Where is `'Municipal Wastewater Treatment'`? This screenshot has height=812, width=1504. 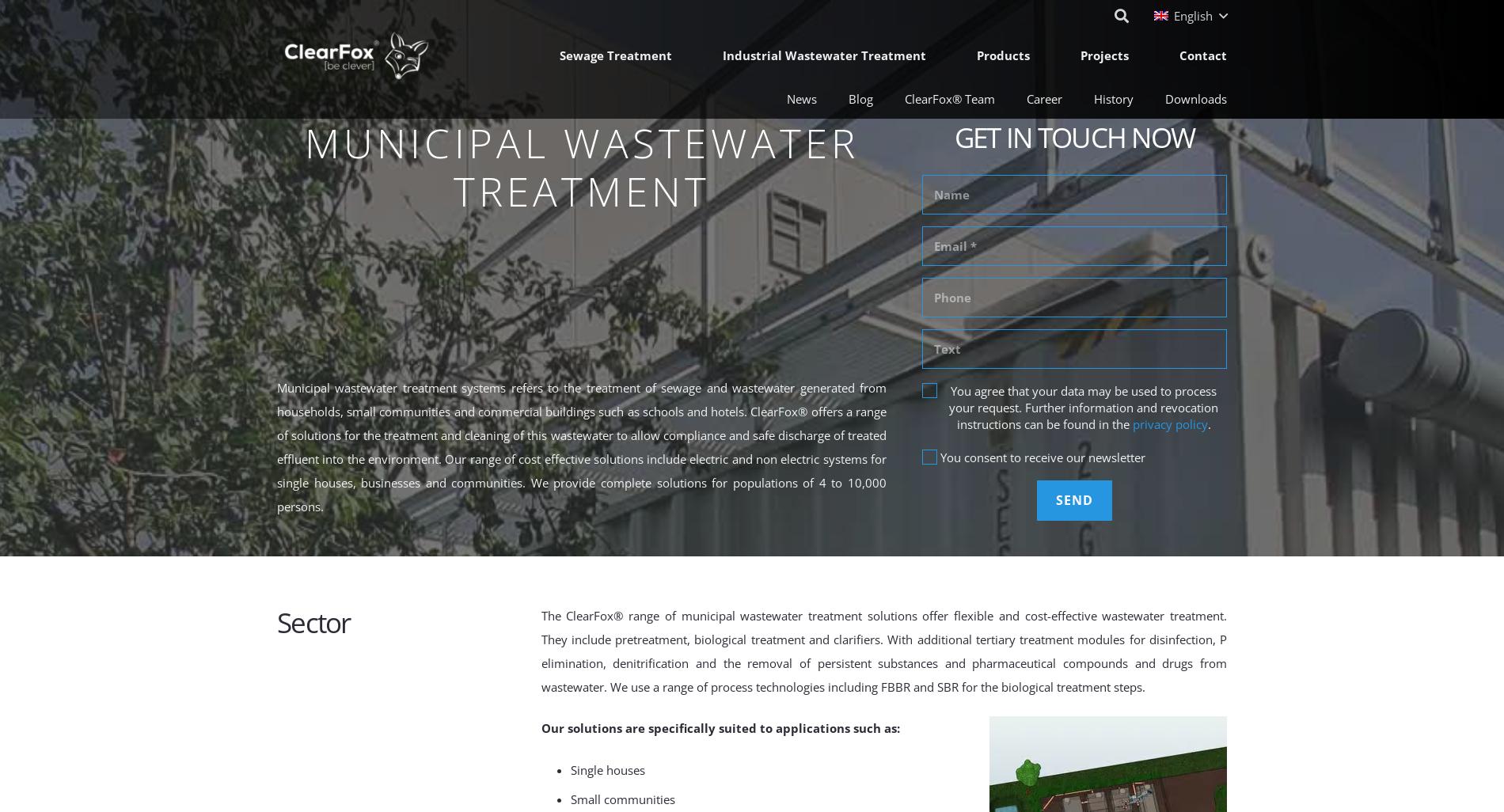
'Municipal Wastewater Treatment' is located at coordinates (303, 166).